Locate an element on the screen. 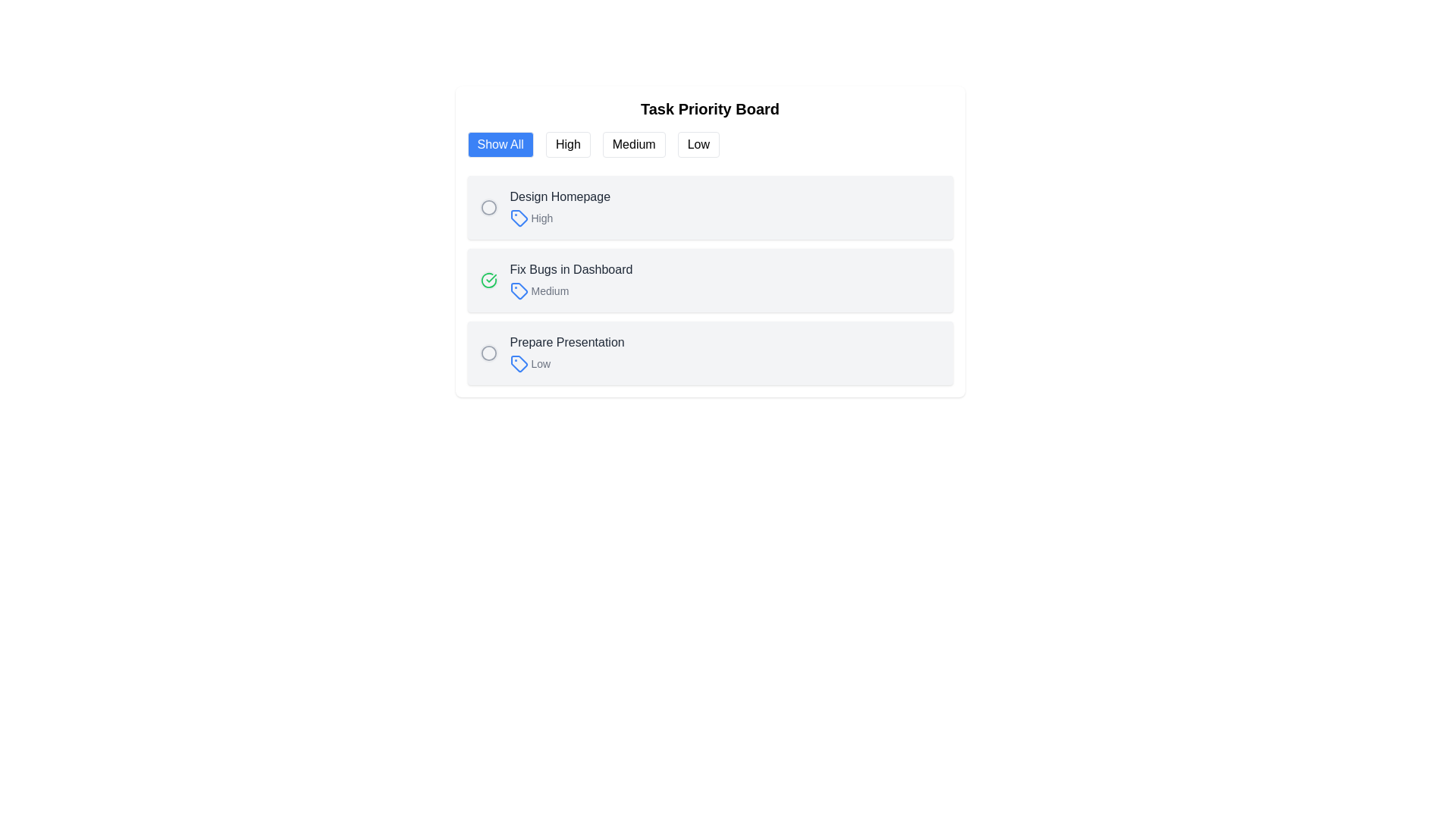 Image resolution: width=1456 pixels, height=819 pixels. the green circular checkbox icon on the left of the task 'Fix Bugs in Dashboard' to mark it as done is located at coordinates (555, 281).